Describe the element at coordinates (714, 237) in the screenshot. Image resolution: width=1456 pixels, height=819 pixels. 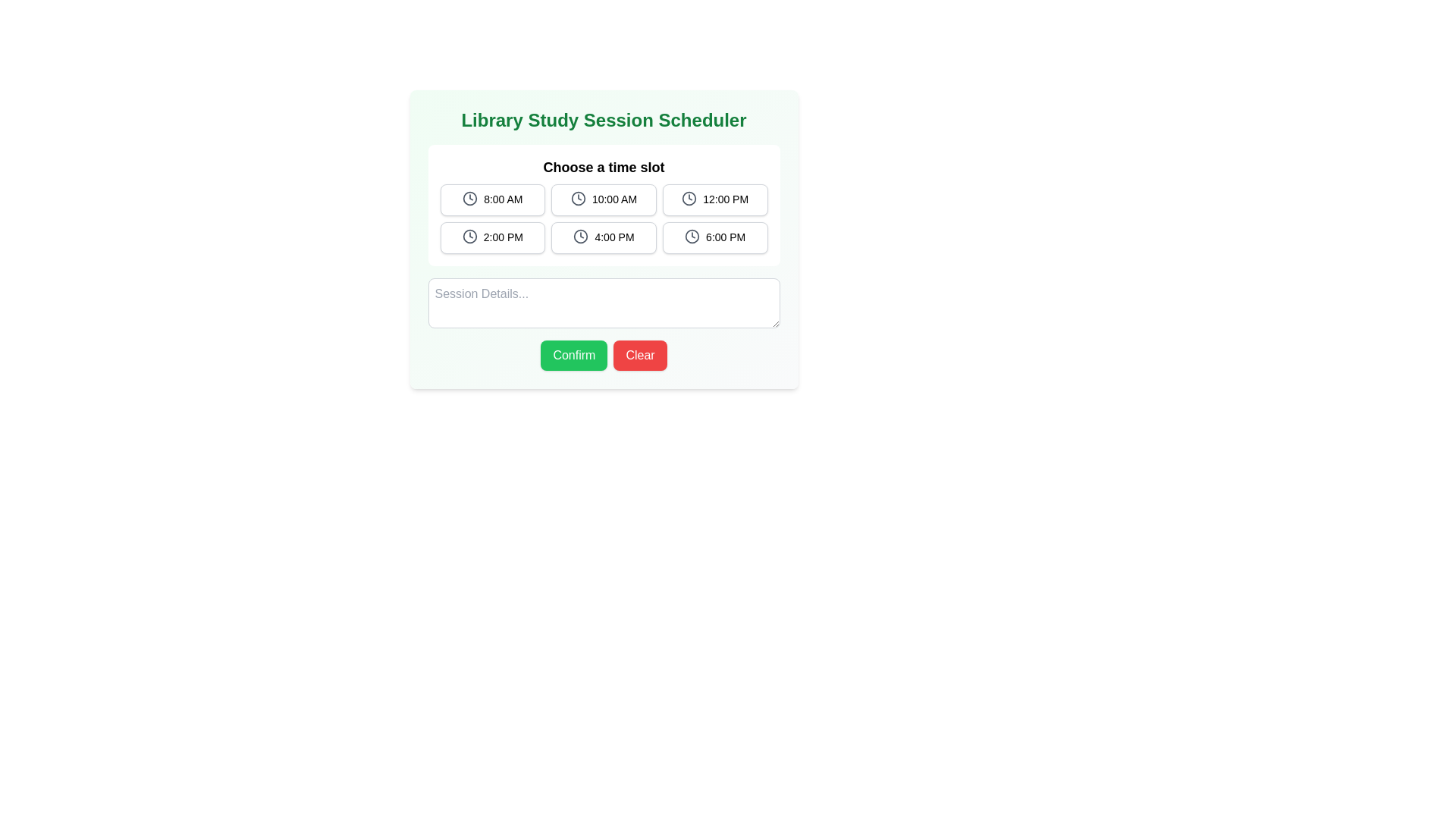
I see `the rectangular button with rounded corners labeled '6:00 PM'` at that location.